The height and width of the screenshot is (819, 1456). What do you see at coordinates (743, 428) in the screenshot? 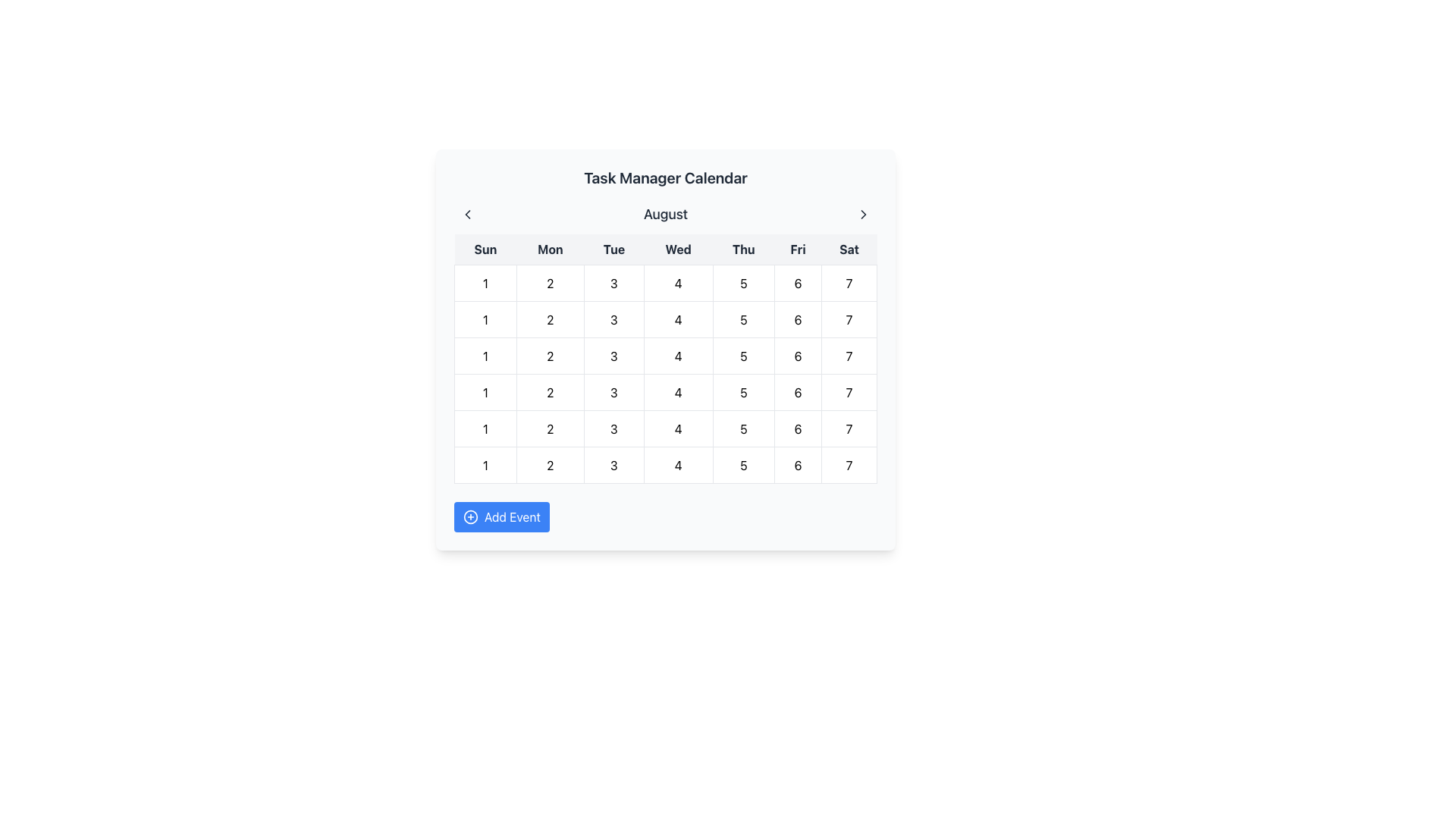
I see `the Calendar Day Cell representing the number '5'` at bounding box center [743, 428].